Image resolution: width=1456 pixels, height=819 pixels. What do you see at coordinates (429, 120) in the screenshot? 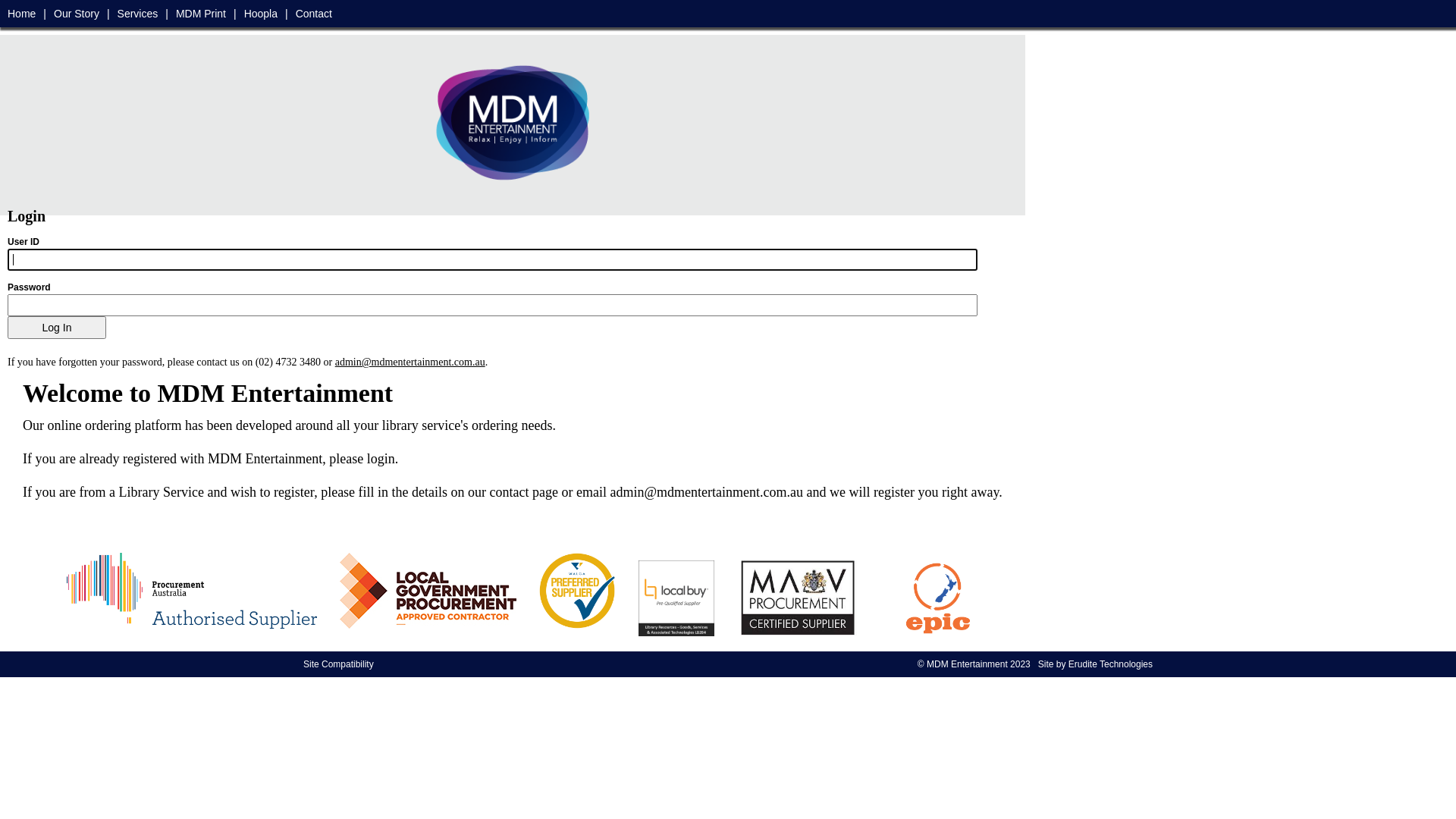
I see `'MDM Entertainment Homepage'` at bounding box center [429, 120].